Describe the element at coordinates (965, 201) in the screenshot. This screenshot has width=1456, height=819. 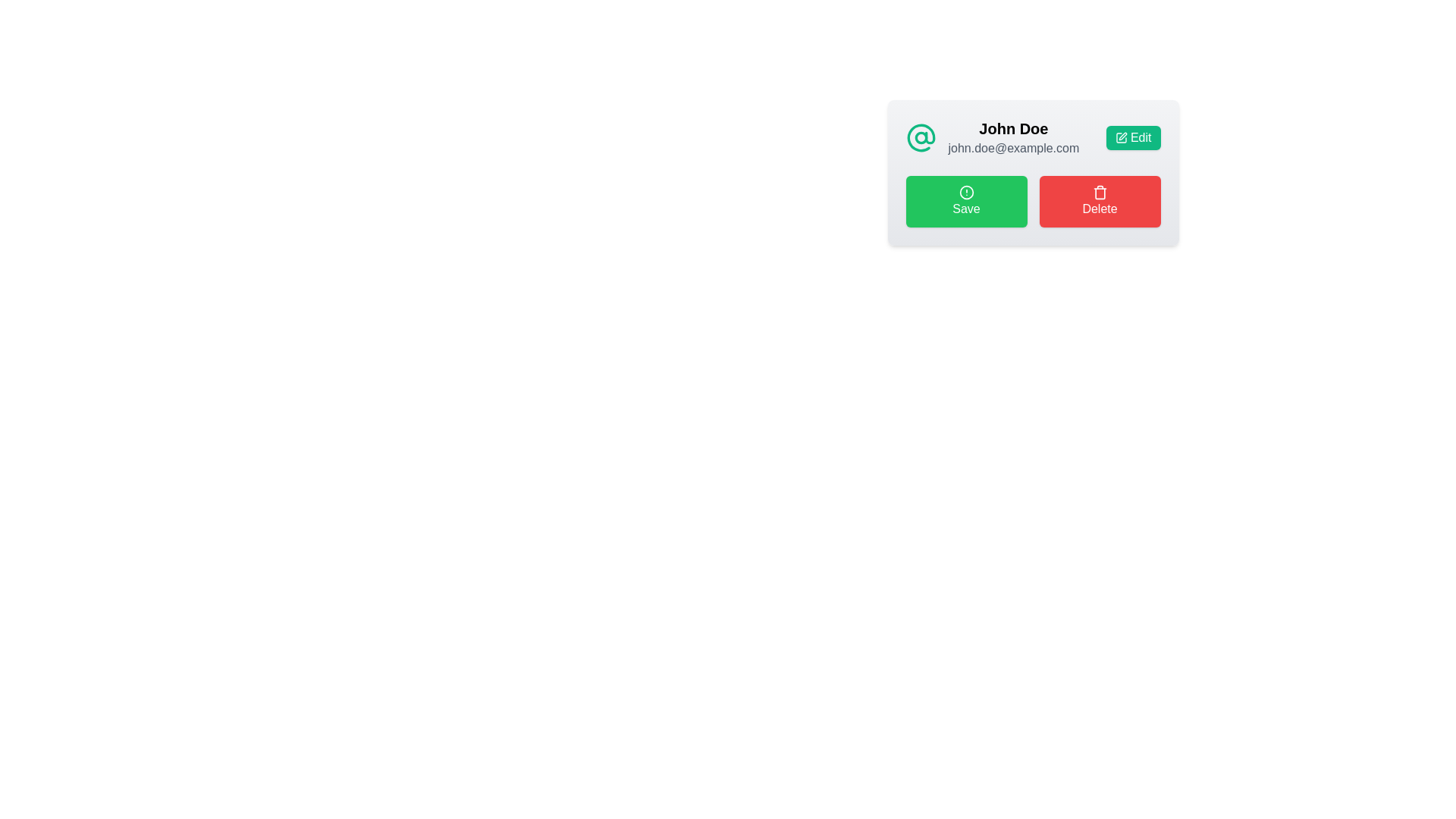
I see `the green 'Save' button with a white exclamation mark icon` at that location.